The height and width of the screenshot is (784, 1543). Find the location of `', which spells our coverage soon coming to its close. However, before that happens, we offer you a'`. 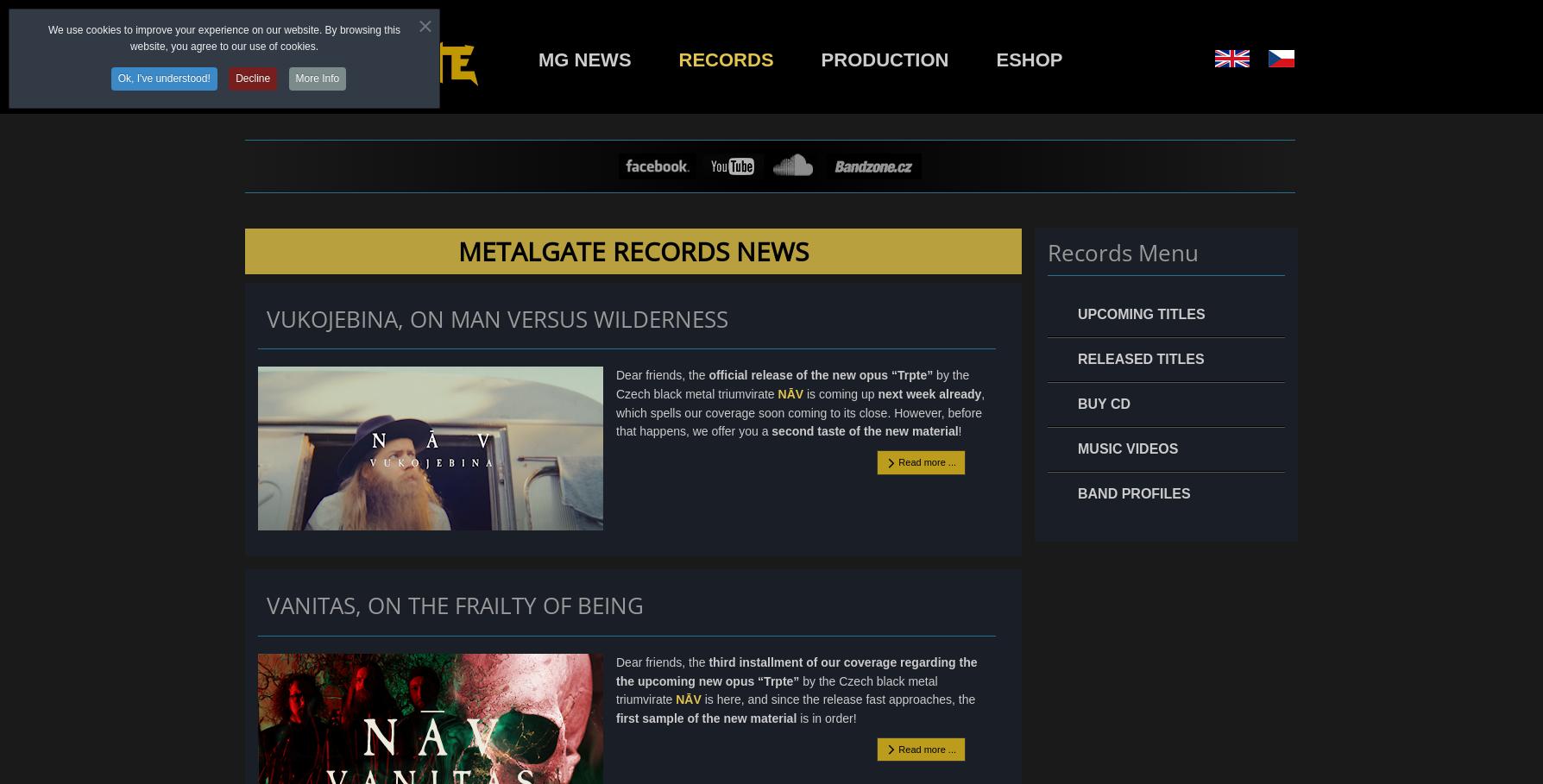

', which spells our coverage soon coming to its close. However, before that happens, we offer you a' is located at coordinates (800, 412).